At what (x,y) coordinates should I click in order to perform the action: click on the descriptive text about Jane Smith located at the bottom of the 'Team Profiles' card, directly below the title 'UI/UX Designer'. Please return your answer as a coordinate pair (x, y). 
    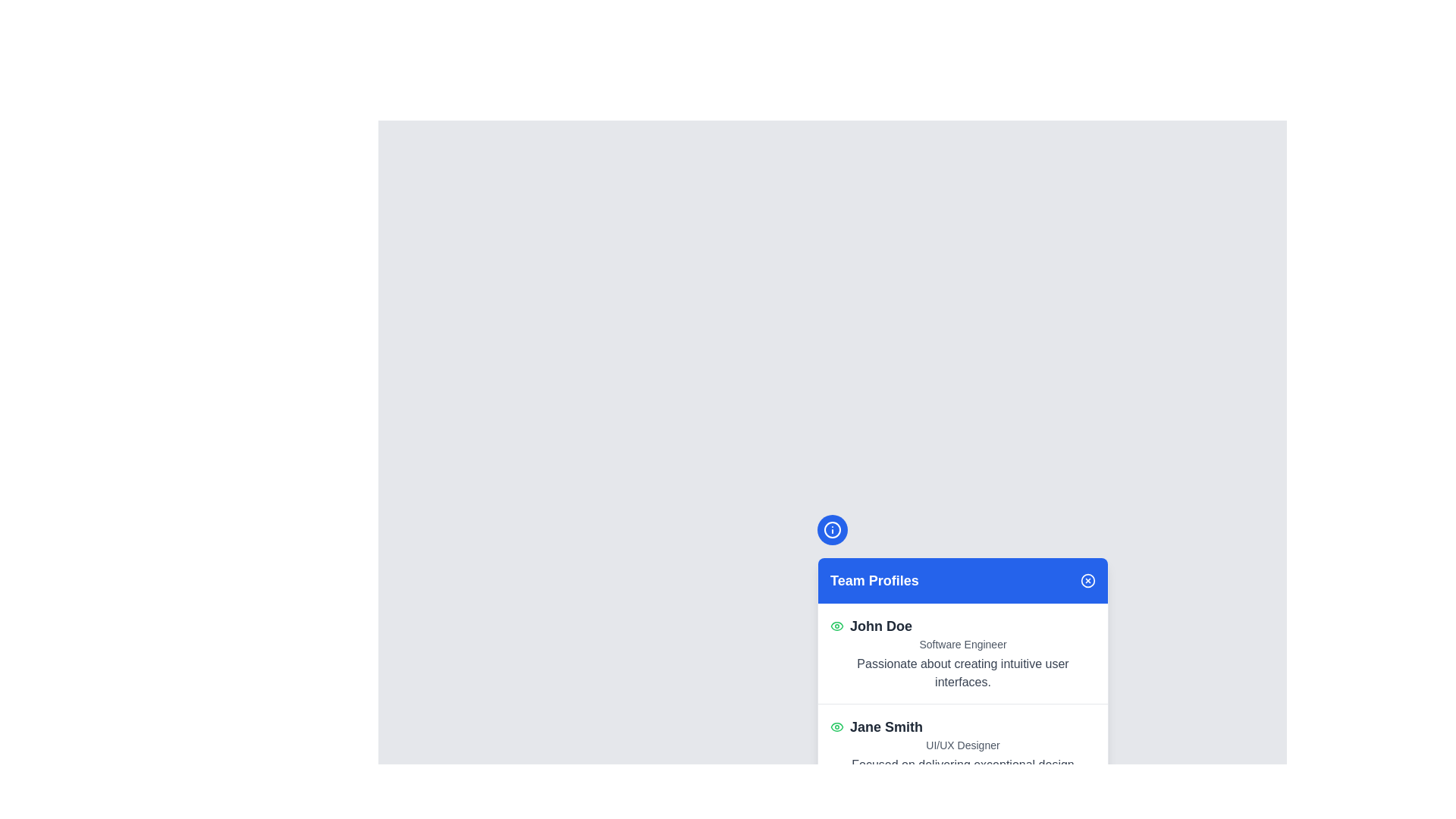
    Looking at the image, I should click on (962, 774).